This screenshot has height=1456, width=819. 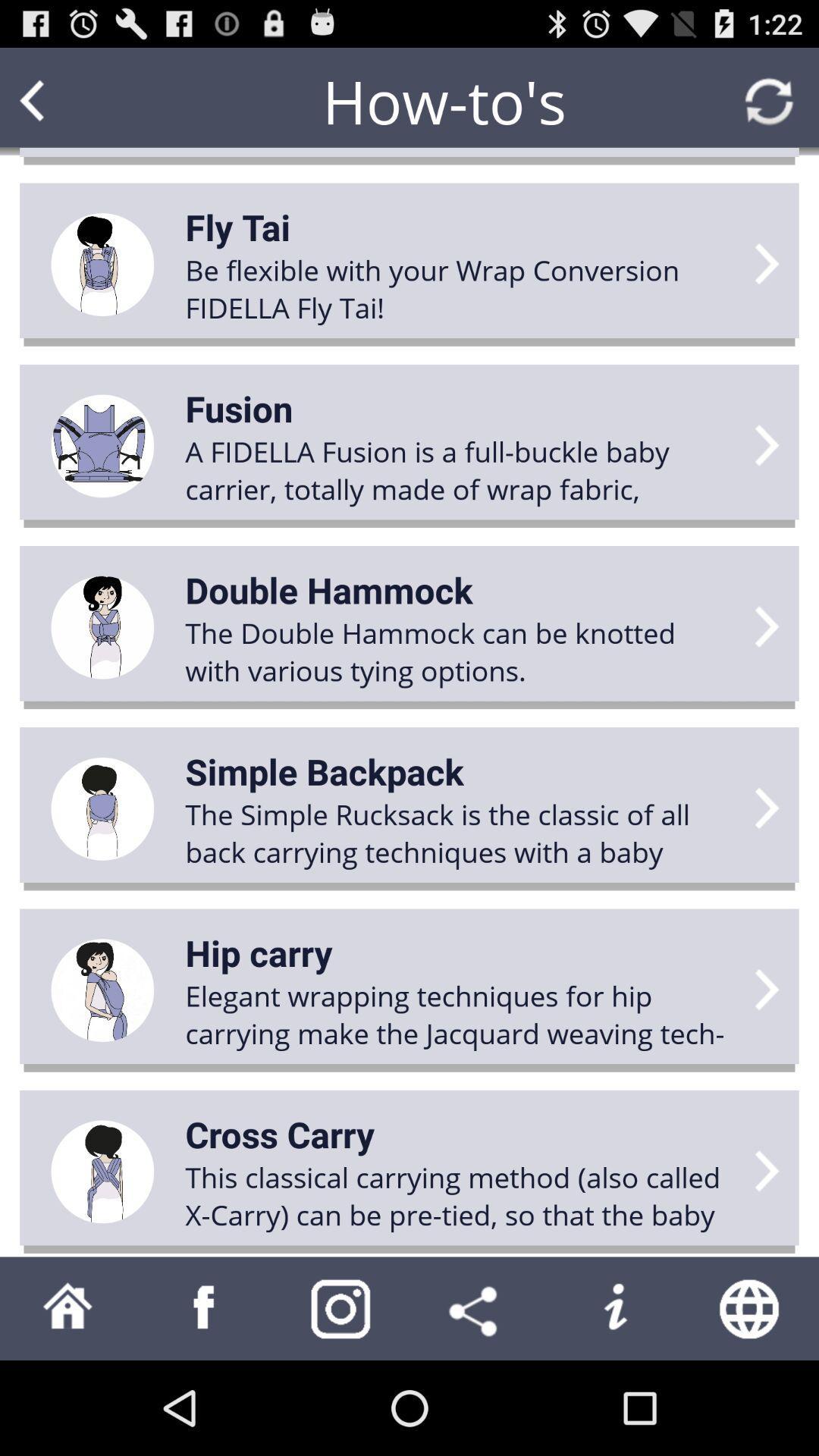 What do you see at coordinates (280, 1134) in the screenshot?
I see `the cross carry item` at bounding box center [280, 1134].